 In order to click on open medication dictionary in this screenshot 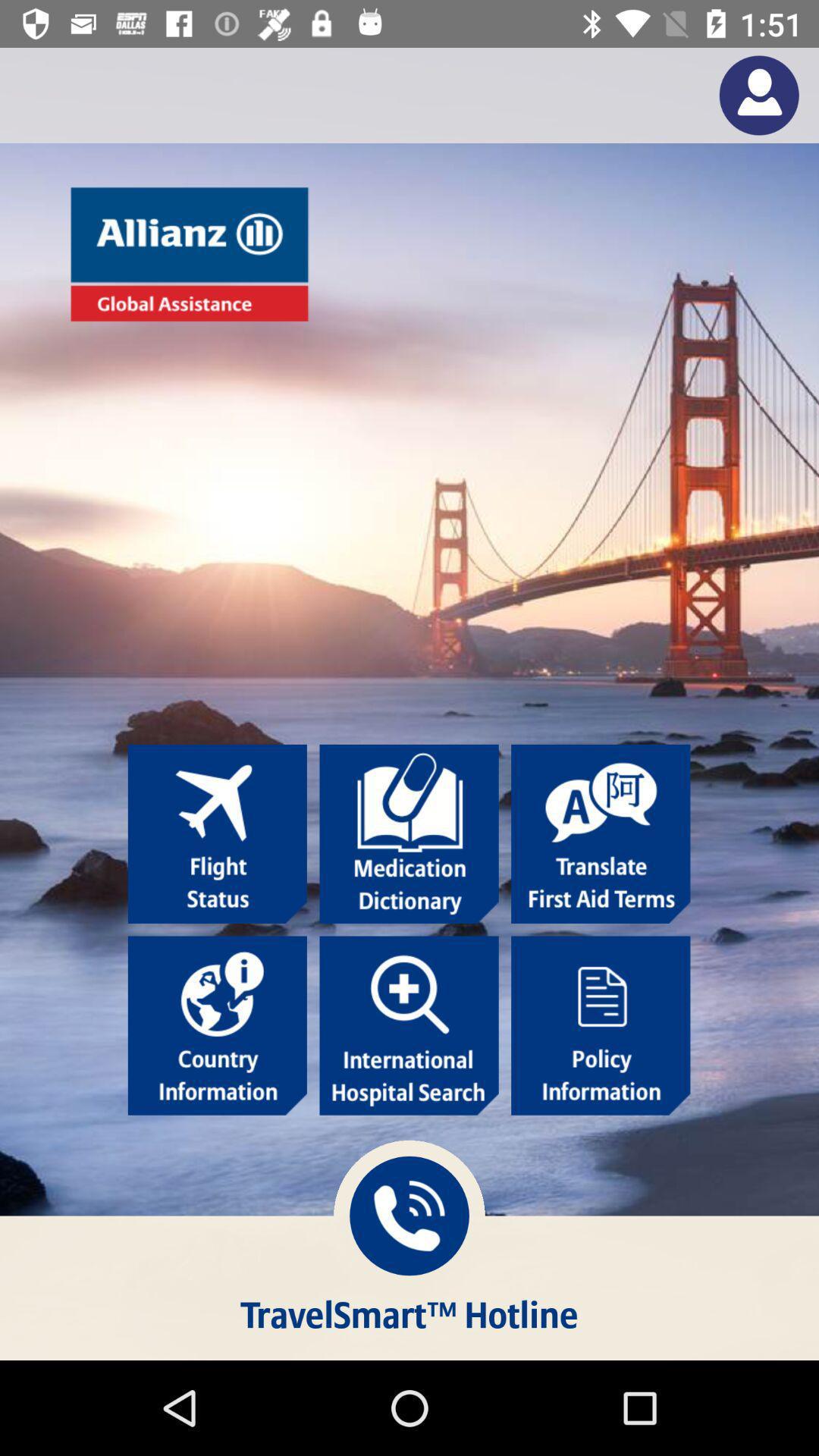, I will do `click(408, 833)`.